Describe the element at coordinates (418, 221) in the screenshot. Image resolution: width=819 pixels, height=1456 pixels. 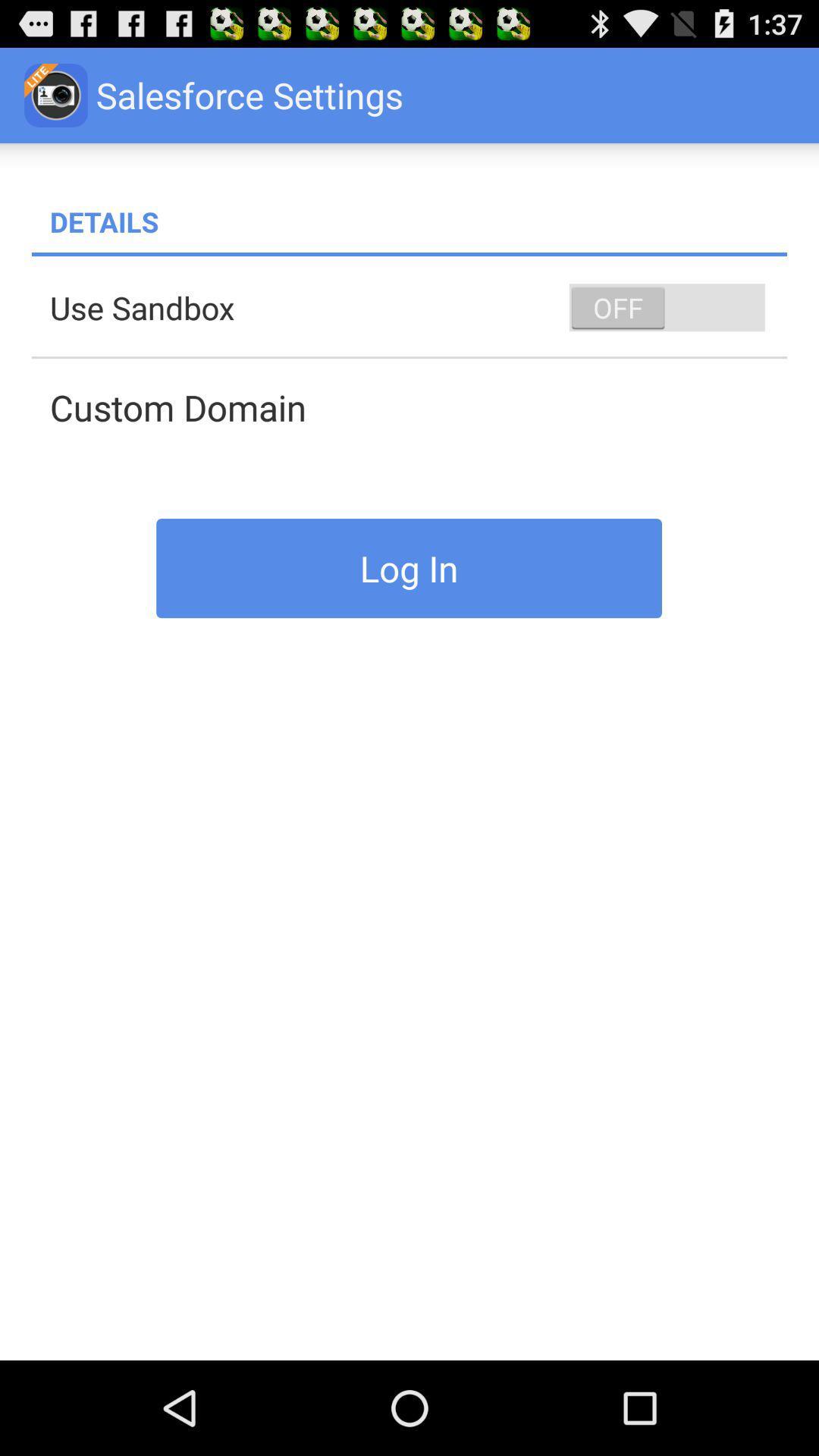
I see `the details` at that location.